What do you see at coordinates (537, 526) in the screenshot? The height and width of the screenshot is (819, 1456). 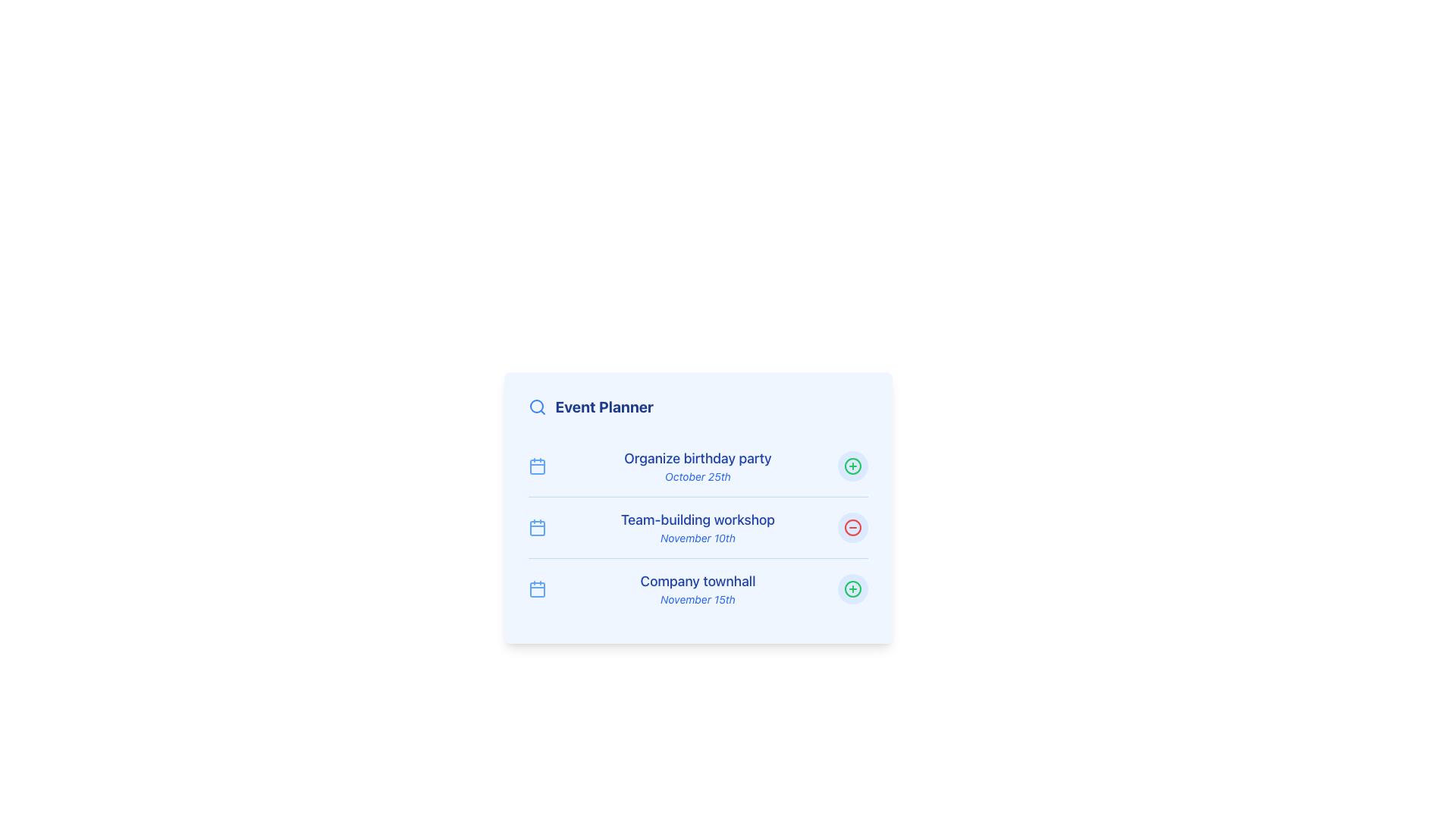 I see `the event icon located to the left of the 'Team-building workshop' title in the second row of the list under 'Event Planner'` at bounding box center [537, 526].